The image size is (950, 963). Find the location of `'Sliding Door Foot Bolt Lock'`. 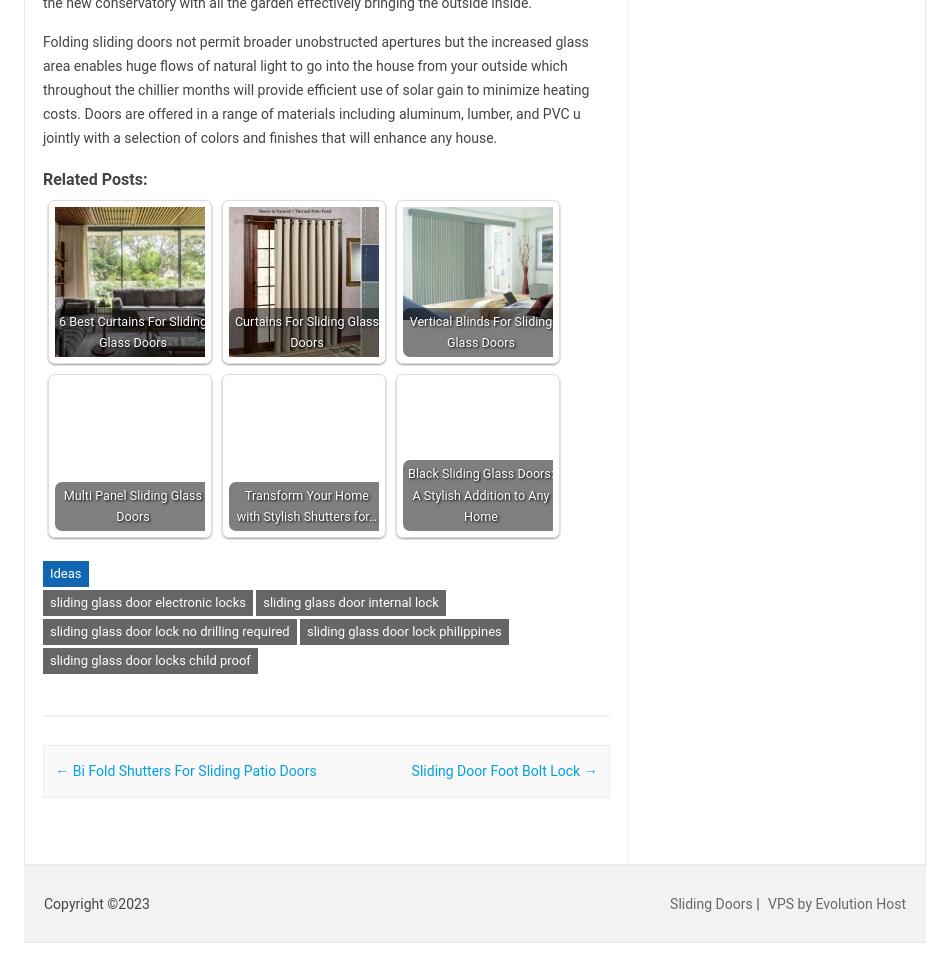

'Sliding Door Foot Bolt Lock' is located at coordinates (497, 770).